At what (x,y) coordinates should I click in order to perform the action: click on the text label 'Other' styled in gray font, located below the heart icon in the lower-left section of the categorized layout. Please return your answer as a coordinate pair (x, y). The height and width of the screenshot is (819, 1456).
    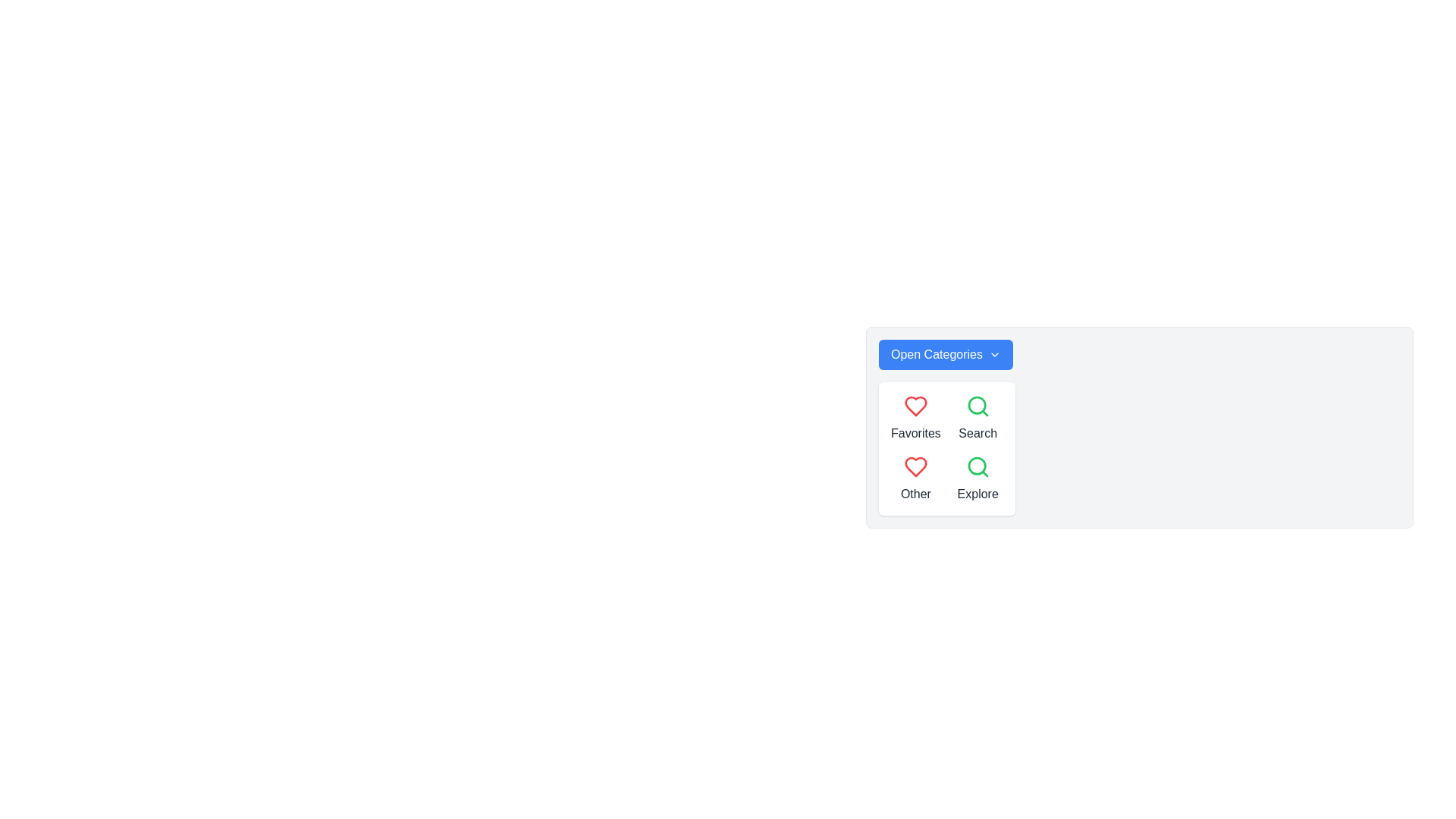
    Looking at the image, I should click on (915, 494).